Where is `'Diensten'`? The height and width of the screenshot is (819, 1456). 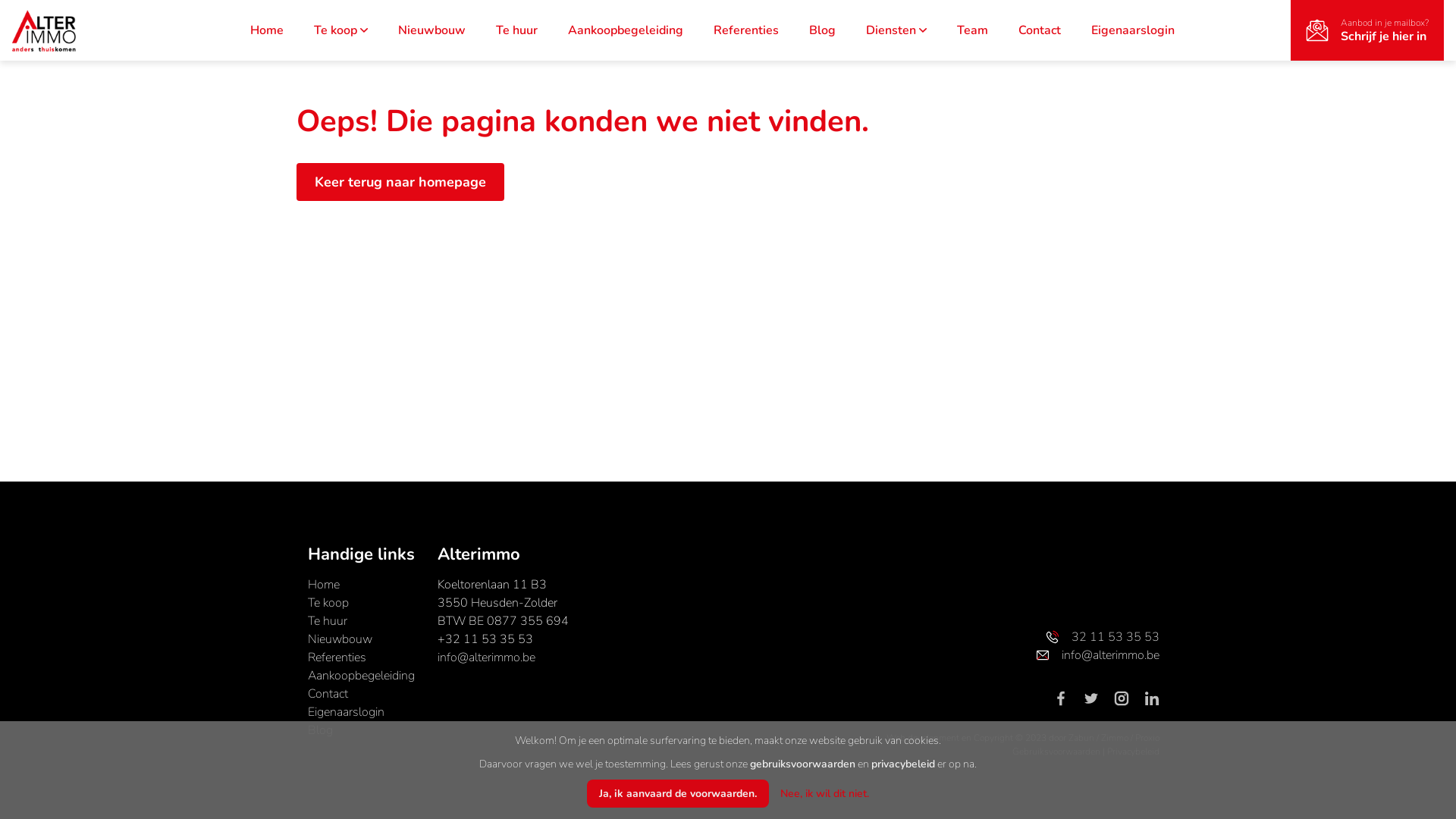 'Diensten' is located at coordinates (866, 30).